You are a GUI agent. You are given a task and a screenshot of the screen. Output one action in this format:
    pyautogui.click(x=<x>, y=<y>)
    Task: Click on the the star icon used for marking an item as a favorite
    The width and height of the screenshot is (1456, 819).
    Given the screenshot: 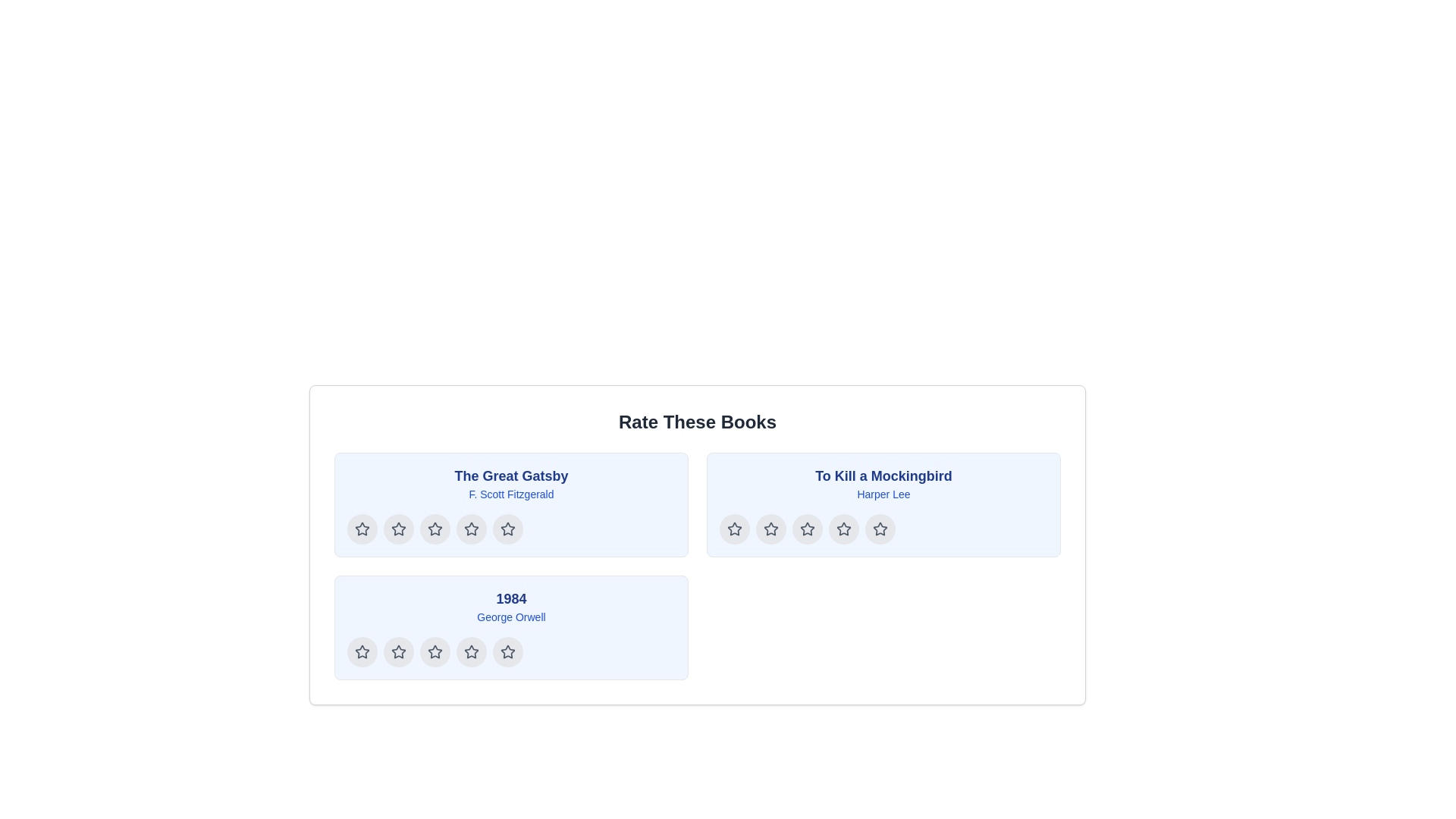 What is the action you would take?
    pyautogui.click(x=435, y=529)
    